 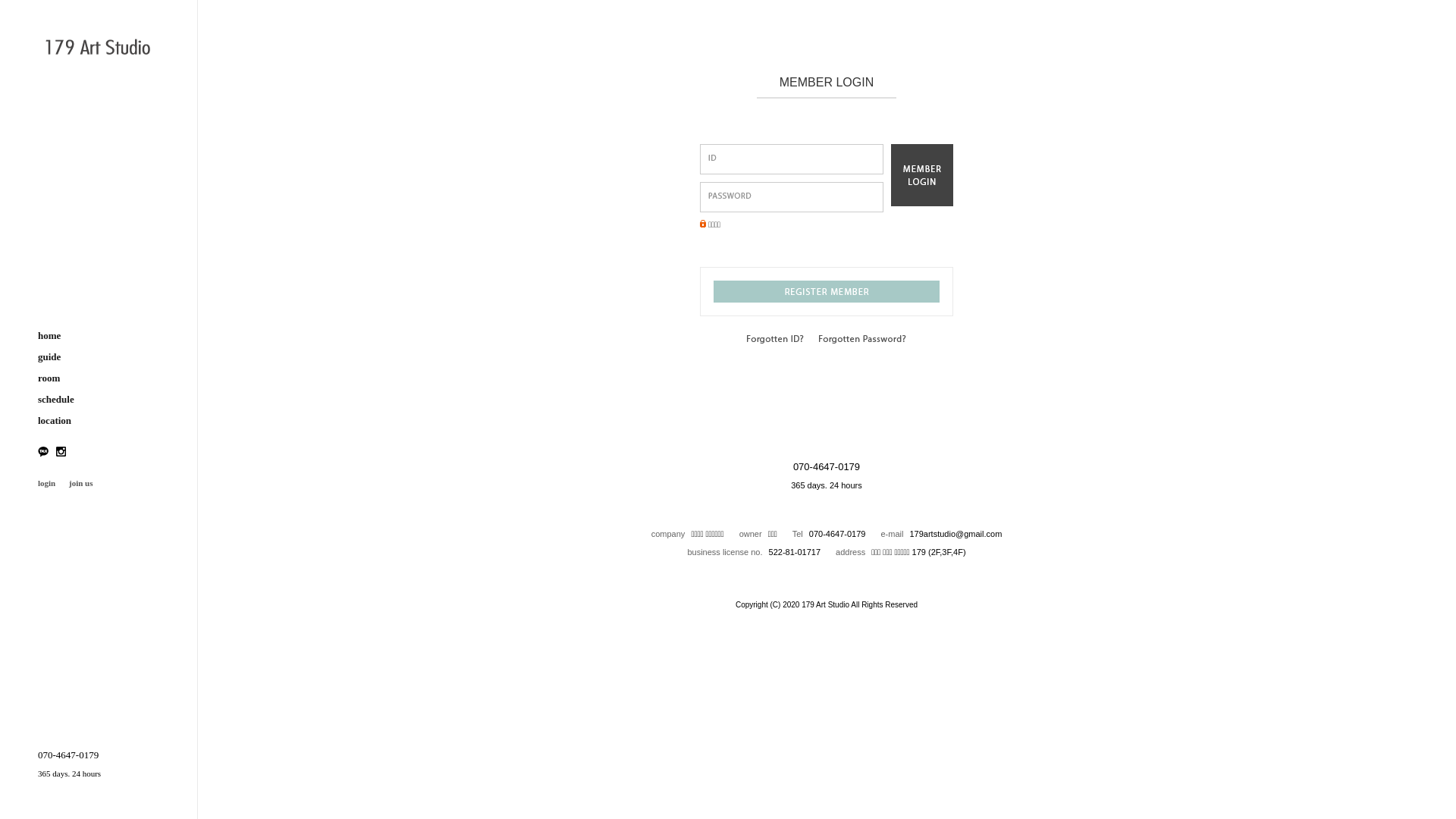 I want to click on 'room', so click(x=97, y=377).